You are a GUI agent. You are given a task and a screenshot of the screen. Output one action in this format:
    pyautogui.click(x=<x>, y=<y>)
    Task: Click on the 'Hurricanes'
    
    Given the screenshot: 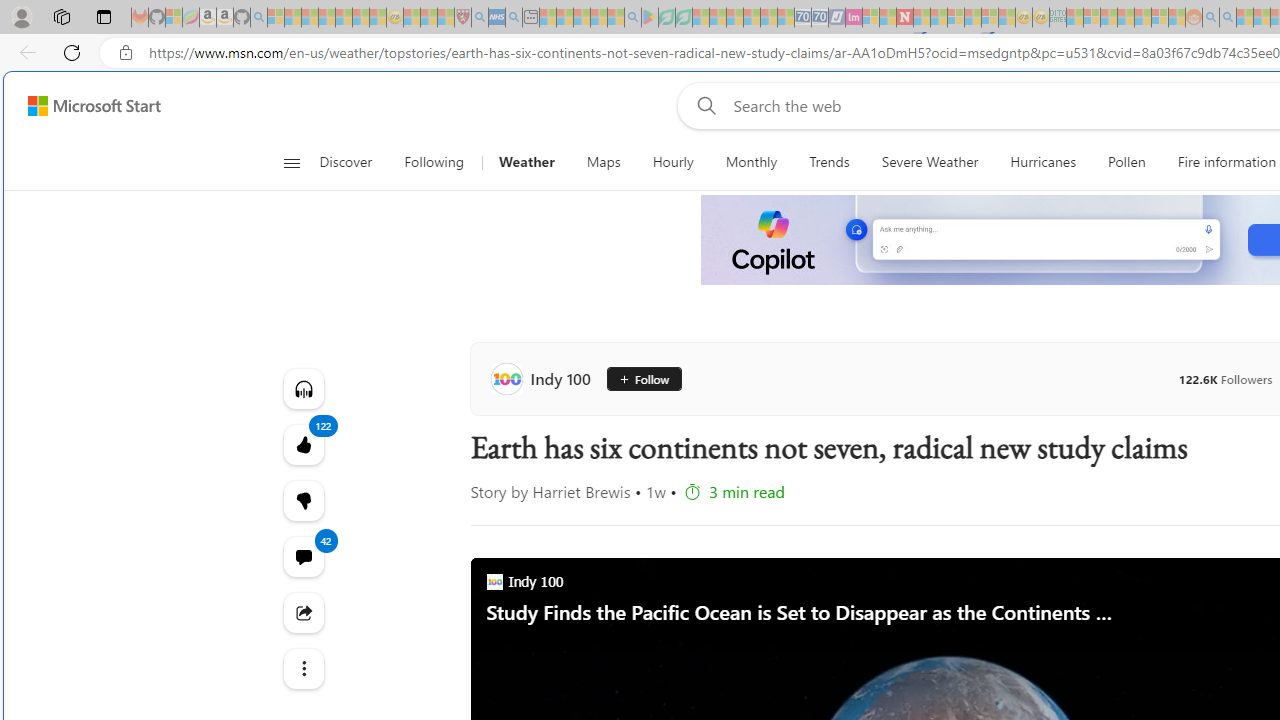 What is the action you would take?
    pyautogui.click(x=1042, y=162)
    